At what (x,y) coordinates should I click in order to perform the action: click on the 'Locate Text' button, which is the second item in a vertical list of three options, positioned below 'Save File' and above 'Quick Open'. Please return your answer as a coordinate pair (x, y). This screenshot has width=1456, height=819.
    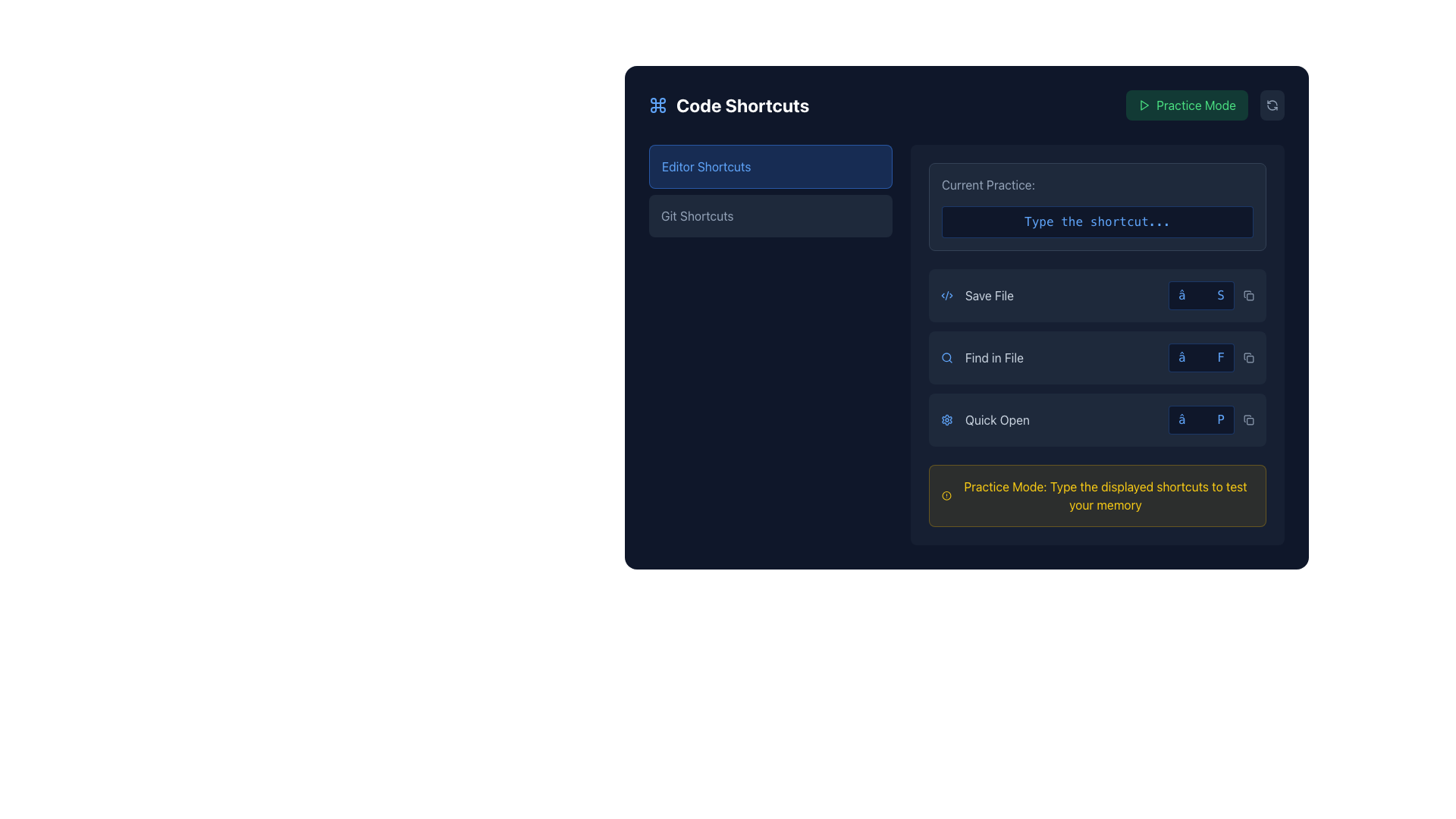
    Looking at the image, I should click on (982, 357).